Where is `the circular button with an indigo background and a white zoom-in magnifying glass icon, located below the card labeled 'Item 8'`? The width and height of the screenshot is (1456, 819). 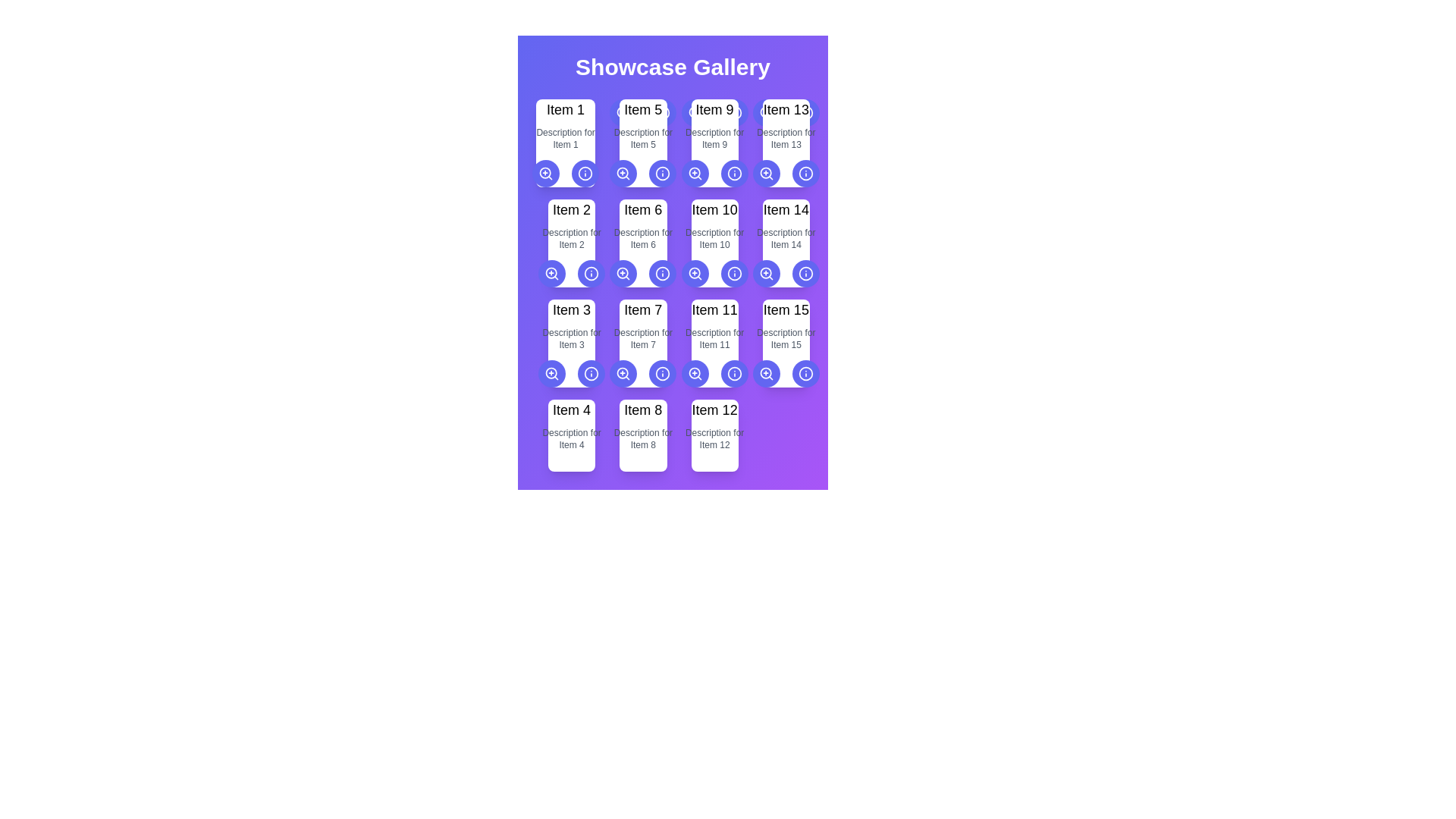
the circular button with an indigo background and a white zoom-in magnifying glass icon, located below the card labeled 'Item 8' is located at coordinates (694, 374).